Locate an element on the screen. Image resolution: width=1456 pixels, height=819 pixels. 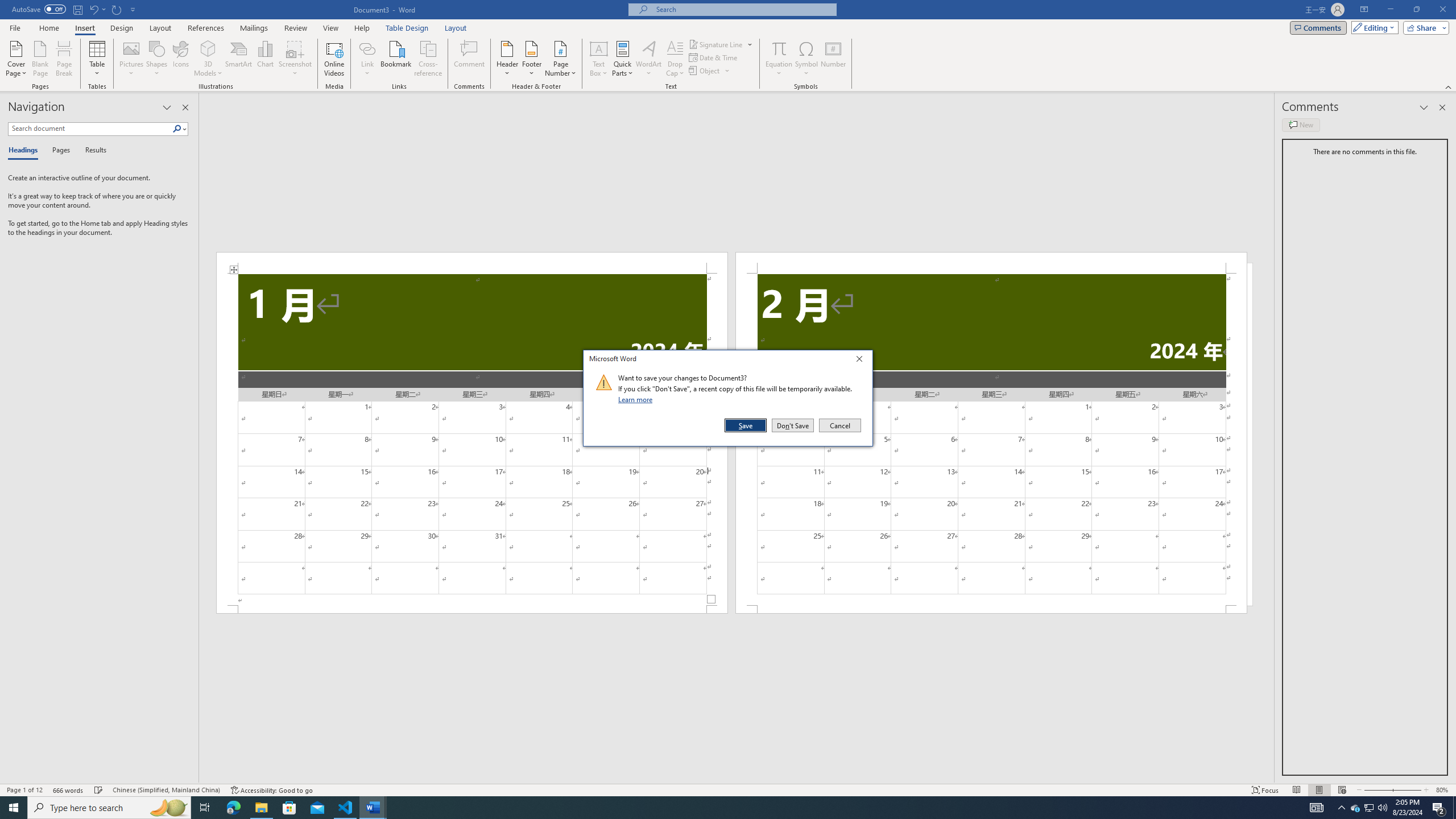
'Signature Line' is located at coordinates (721, 44).